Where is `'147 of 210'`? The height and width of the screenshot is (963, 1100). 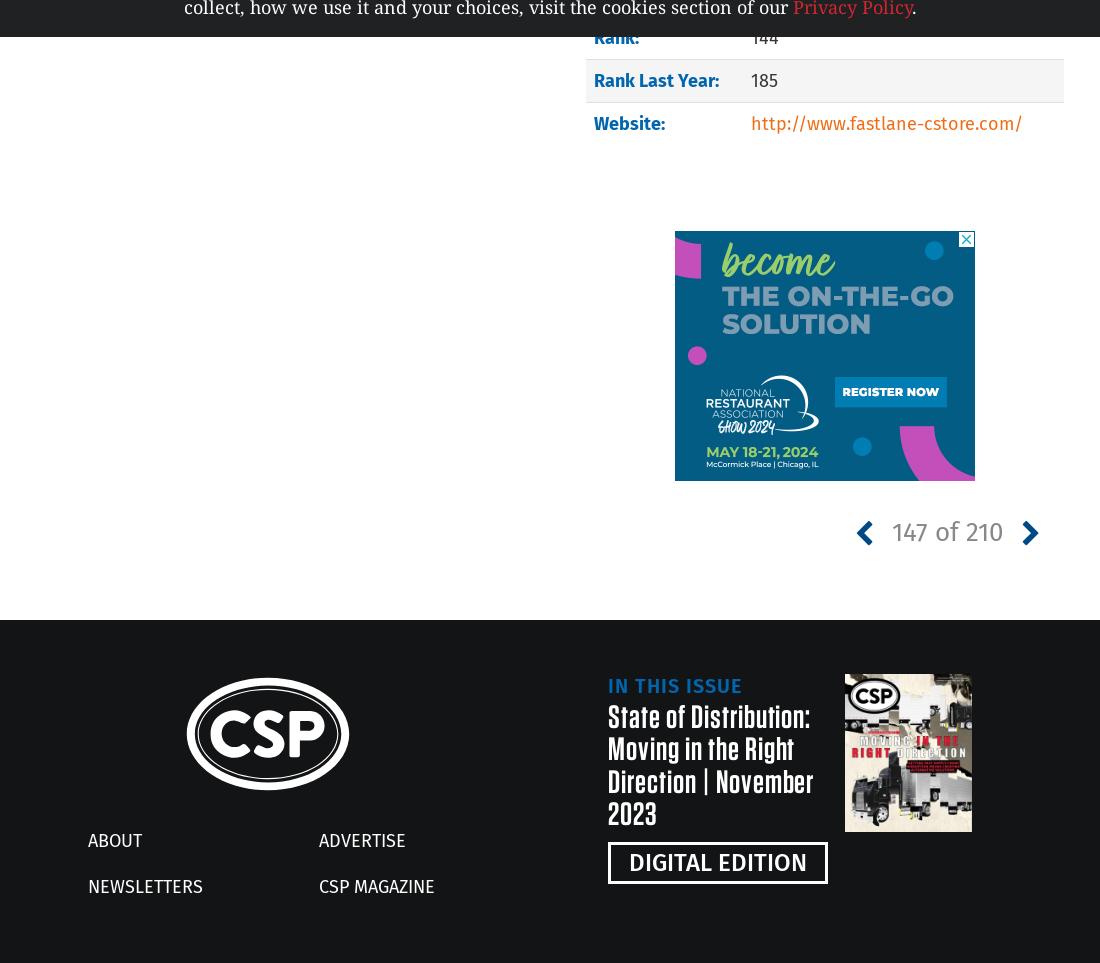
'147 of 210' is located at coordinates (890, 530).